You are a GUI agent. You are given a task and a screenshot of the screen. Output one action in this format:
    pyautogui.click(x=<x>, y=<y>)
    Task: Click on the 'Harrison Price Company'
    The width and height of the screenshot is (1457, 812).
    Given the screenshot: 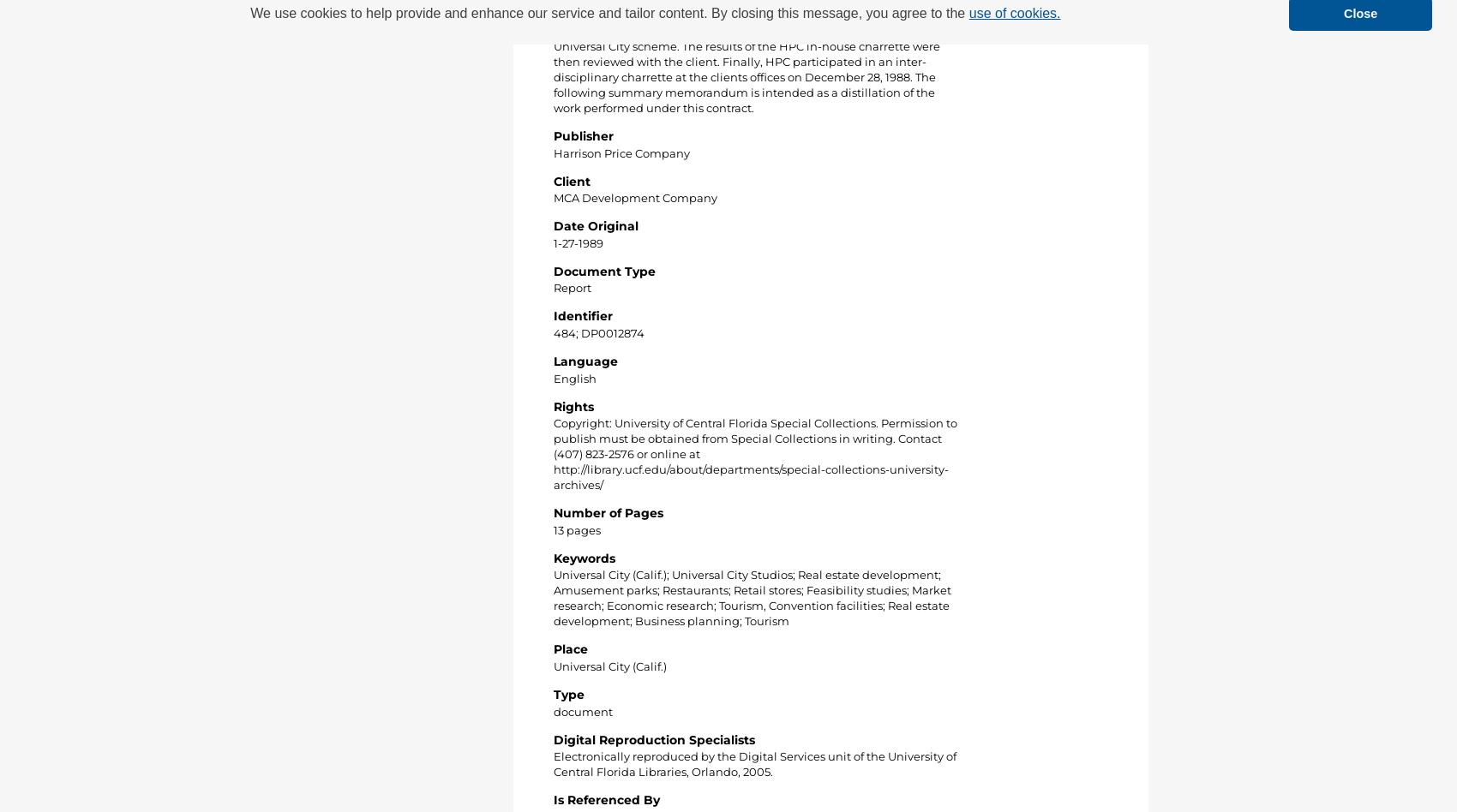 What is the action you would take?
    pyautogui.click(x=621, y=152)
    